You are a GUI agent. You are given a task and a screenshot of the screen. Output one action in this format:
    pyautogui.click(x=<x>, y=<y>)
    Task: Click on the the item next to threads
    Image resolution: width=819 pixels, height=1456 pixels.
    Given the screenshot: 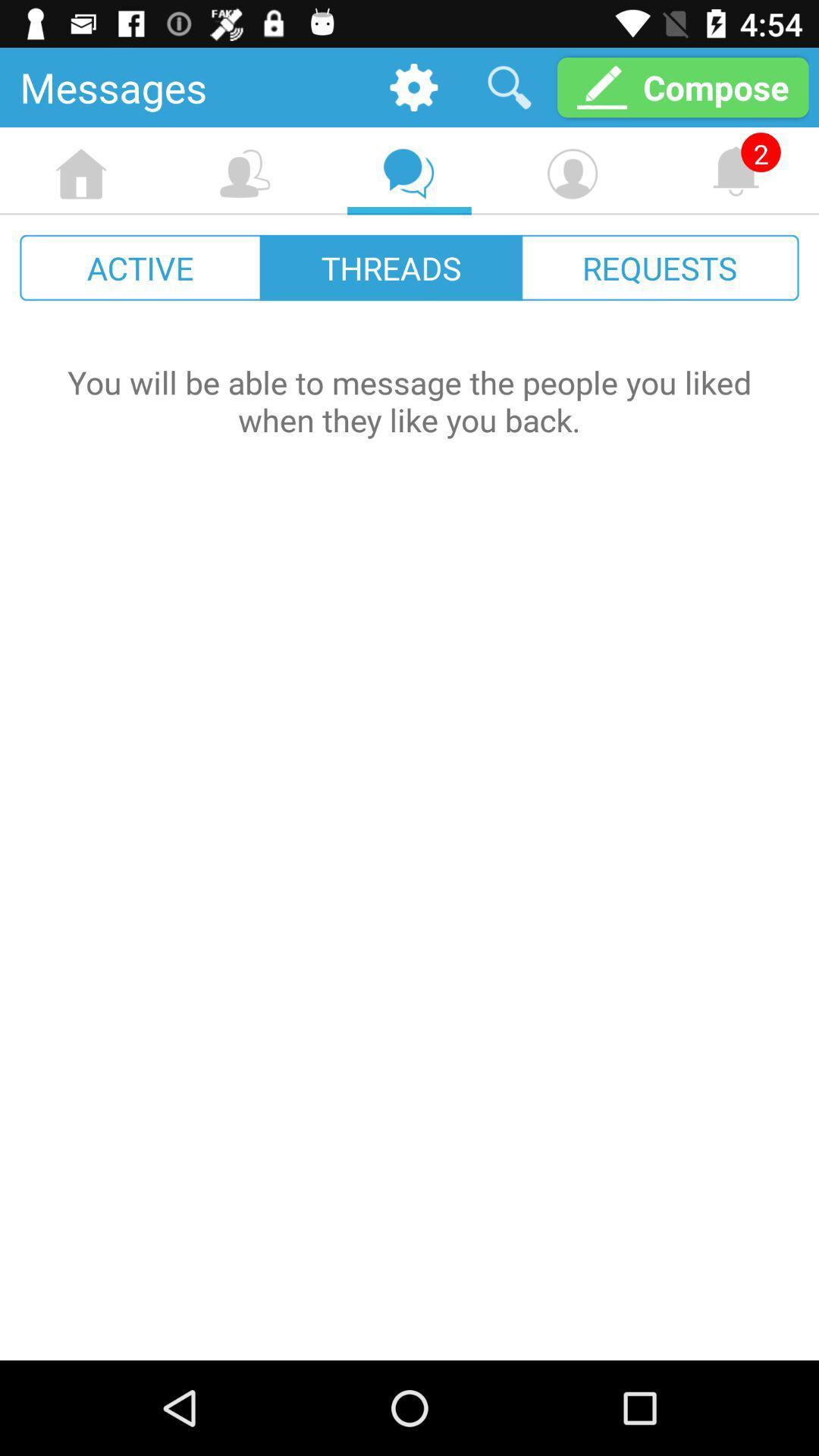 What is the action you would take?
    pyautogui.click(x=659, y=268)
    